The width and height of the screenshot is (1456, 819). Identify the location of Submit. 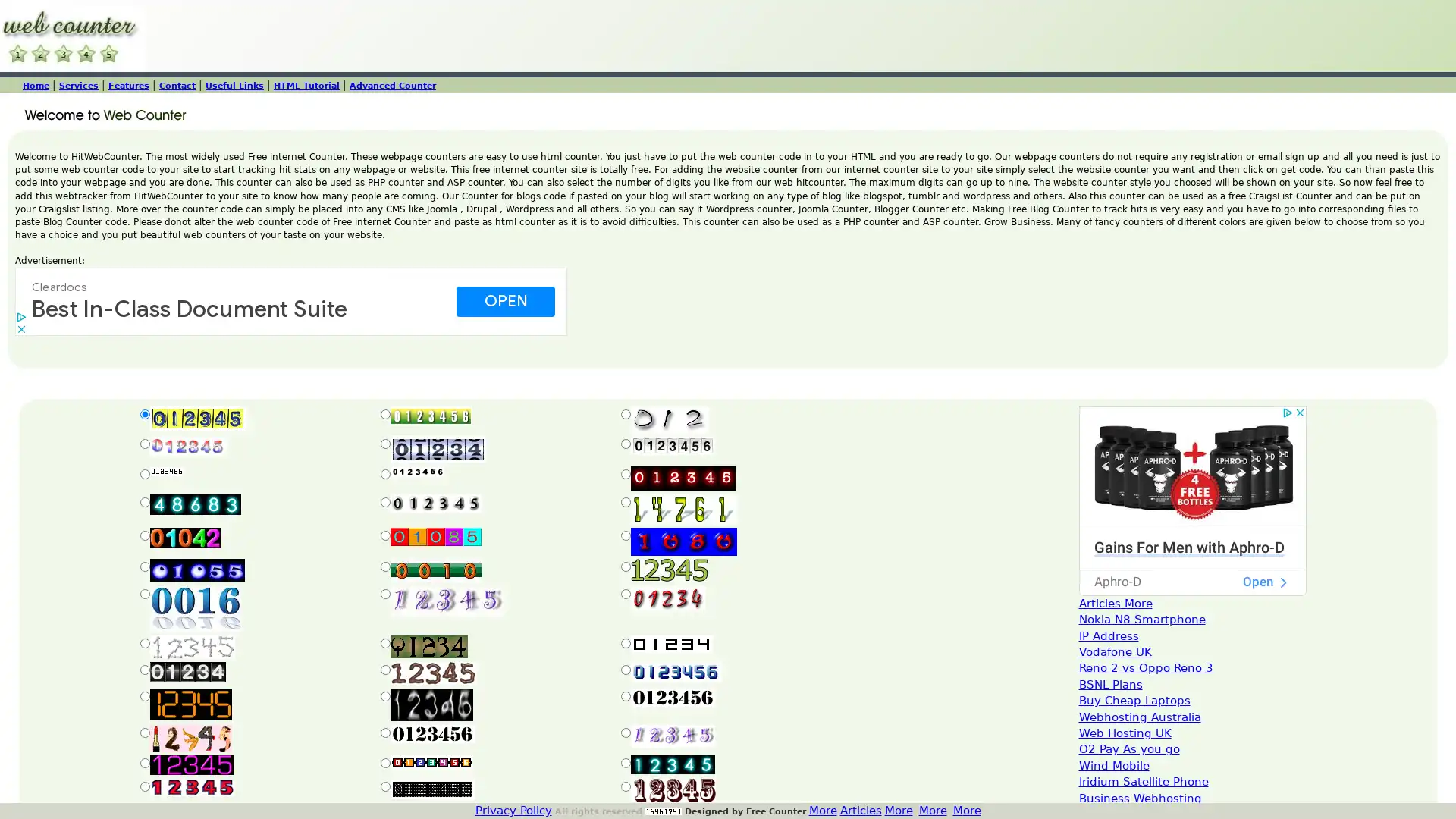
(671, 444).